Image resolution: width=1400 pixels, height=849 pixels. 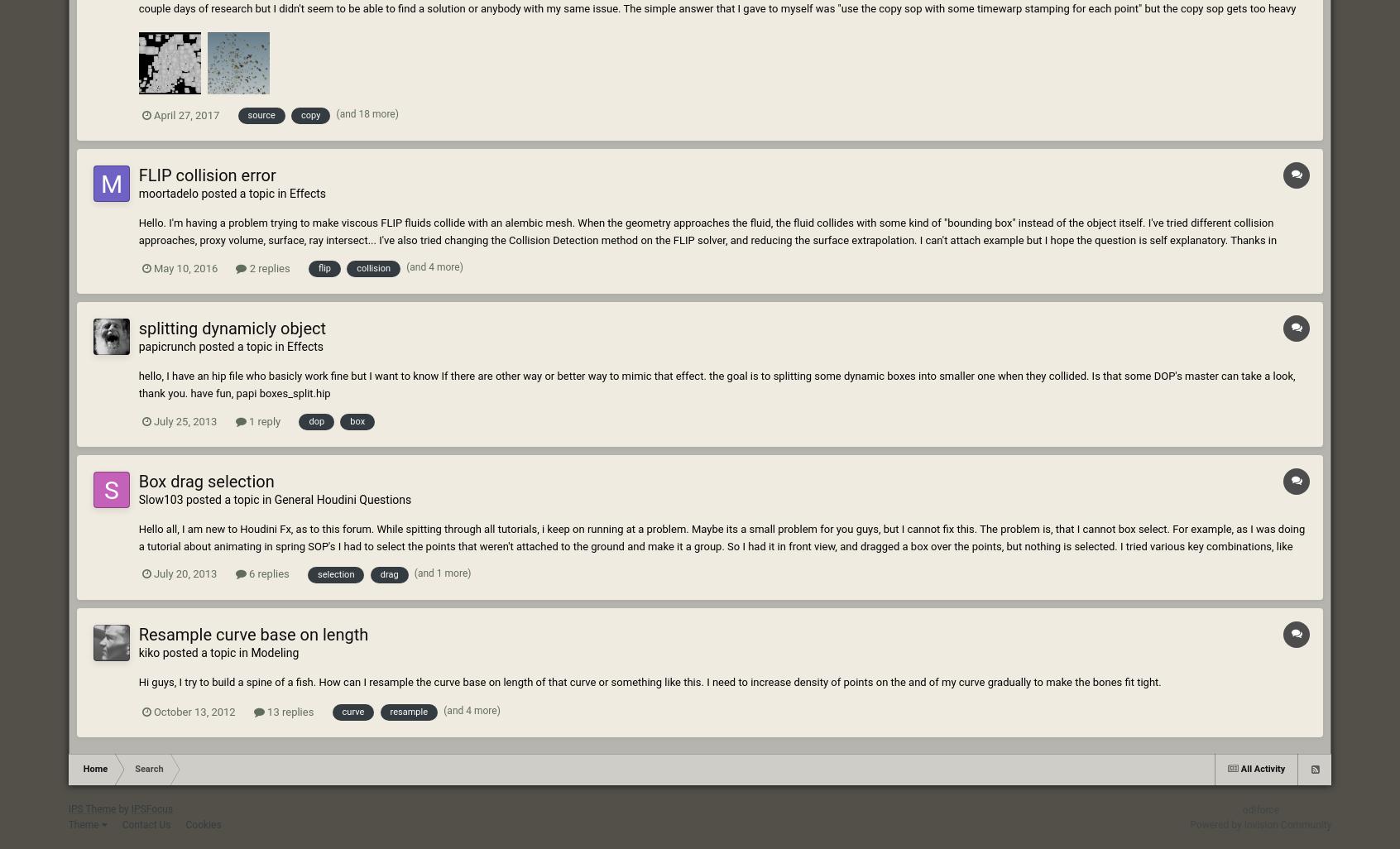 I want to click on 'drag', so click(x=388, y=573).